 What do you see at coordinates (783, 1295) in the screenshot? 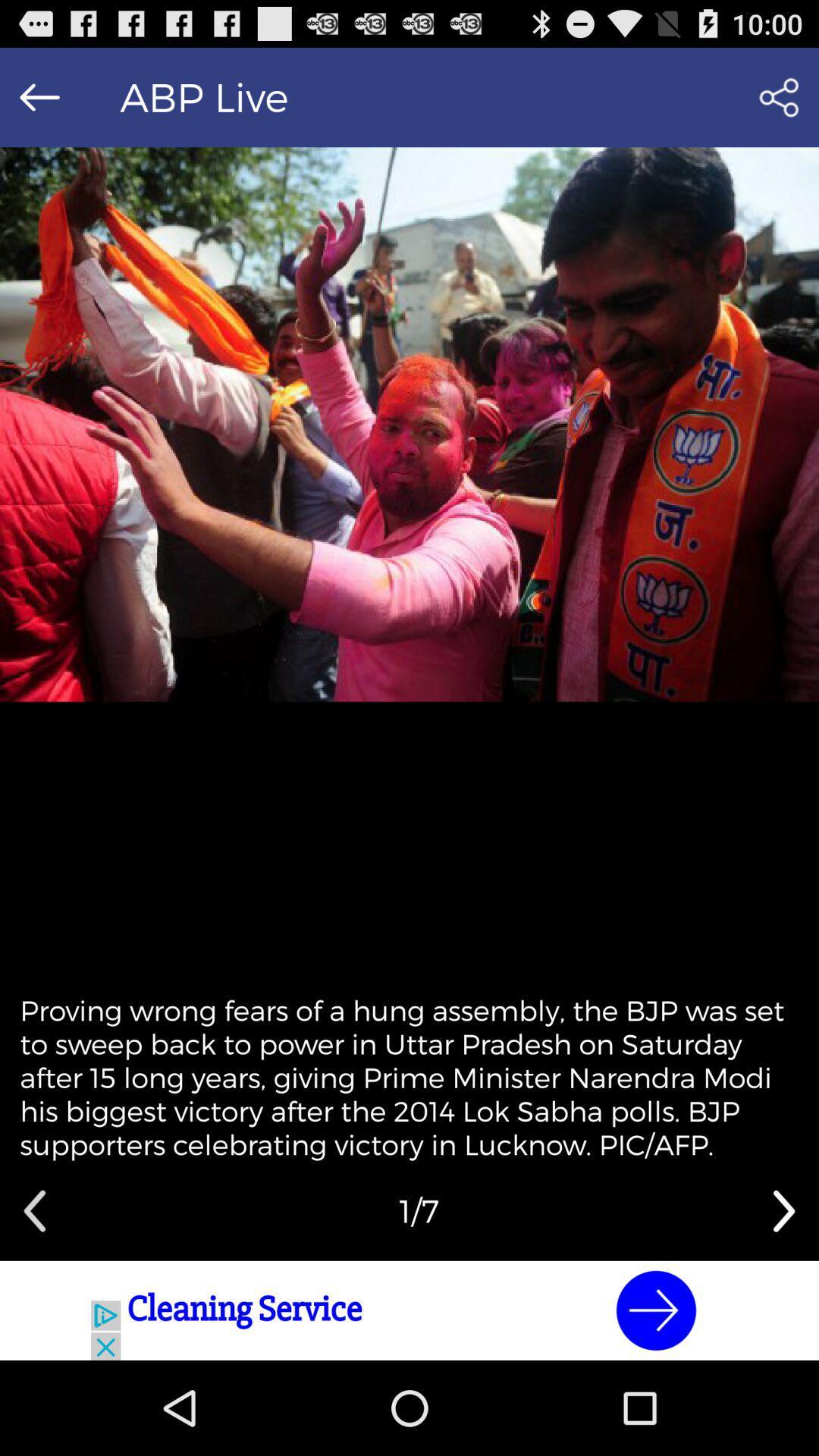
I see `the arrow_forward icon` at bounding box center [783, 1295].